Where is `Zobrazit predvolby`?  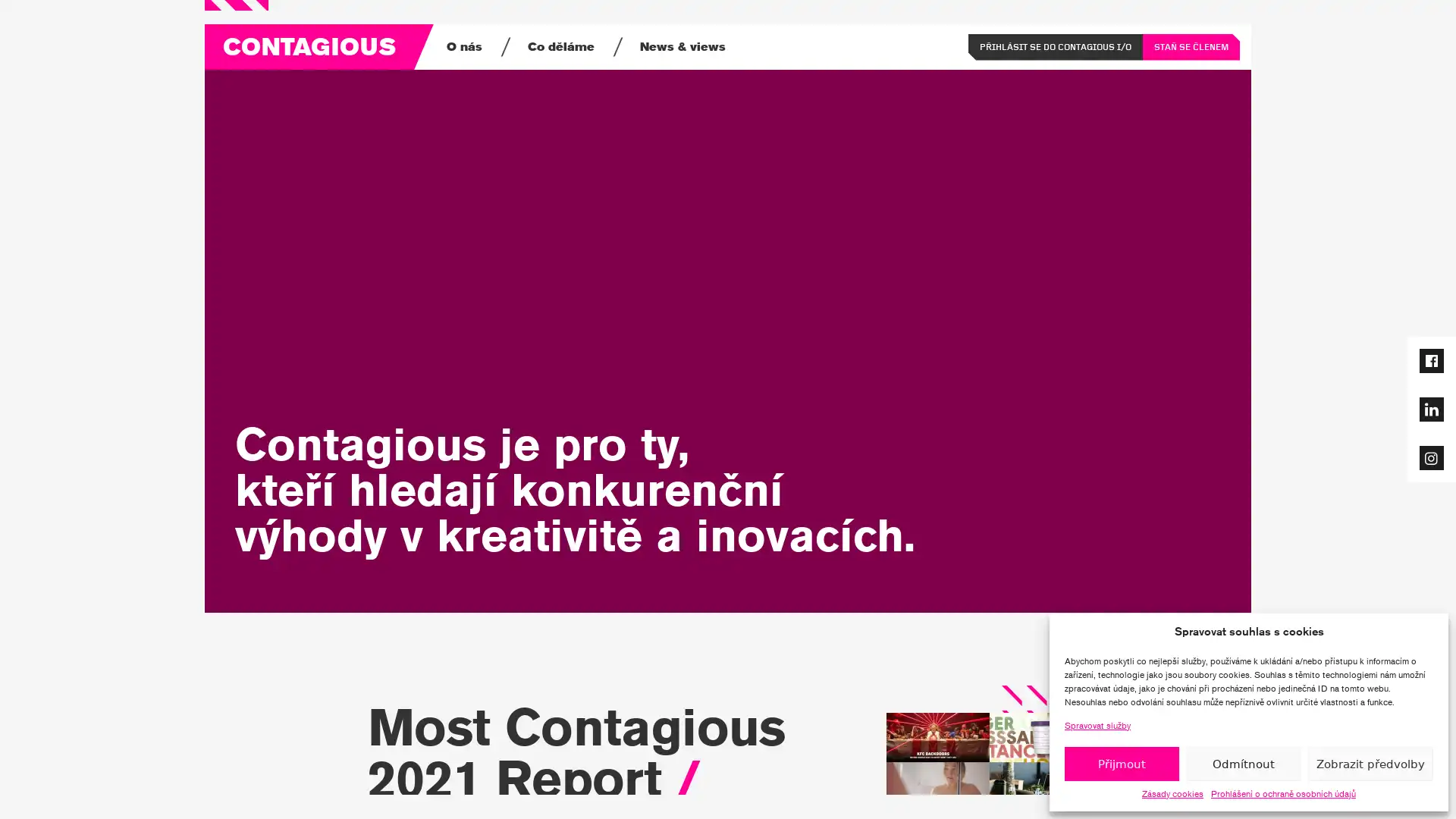
Zobrazit predvolby is located at coordinates (1370, 764).